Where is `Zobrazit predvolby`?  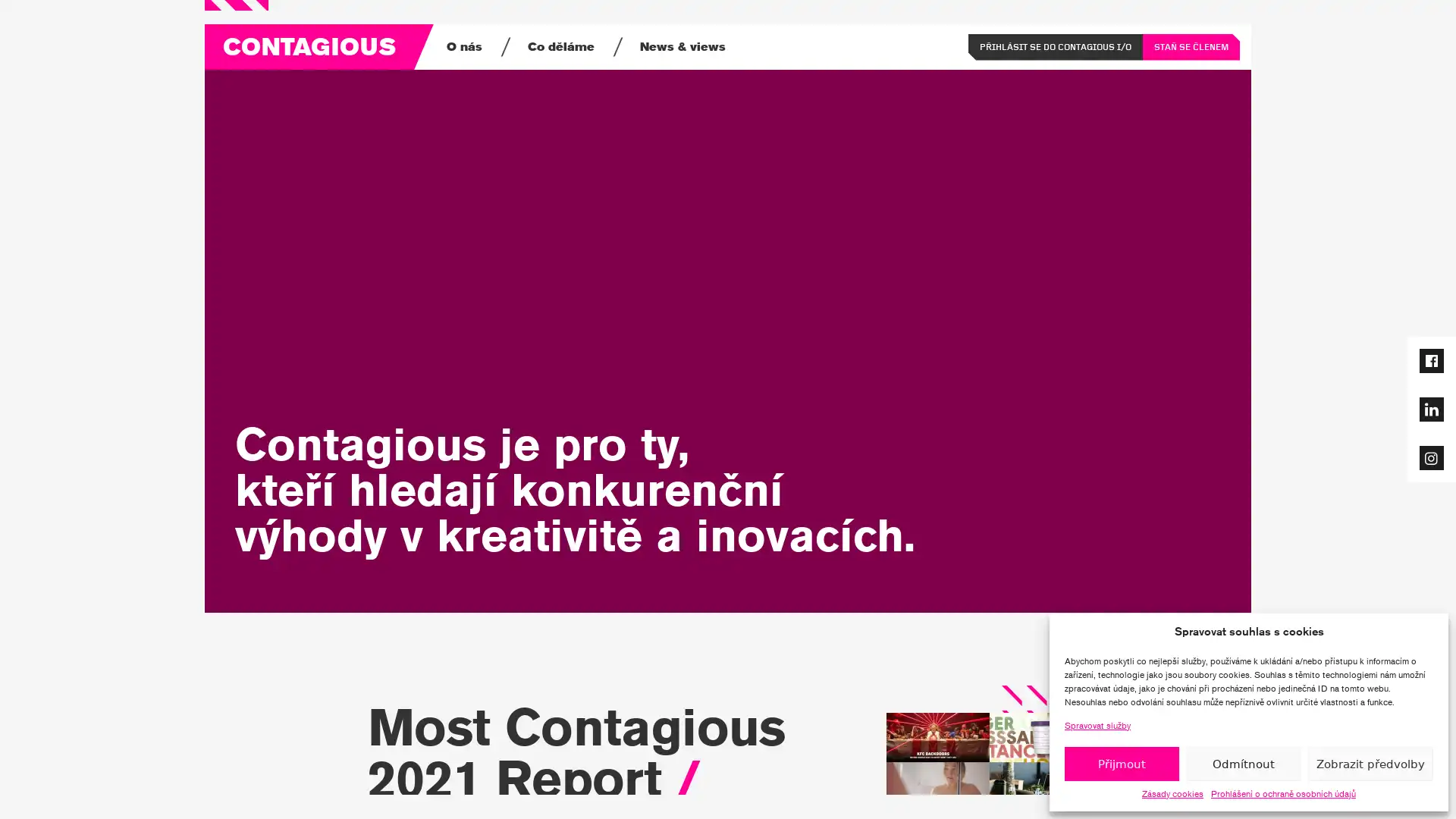
Zobrazit predvolby is located at coordinates (1370, 764).